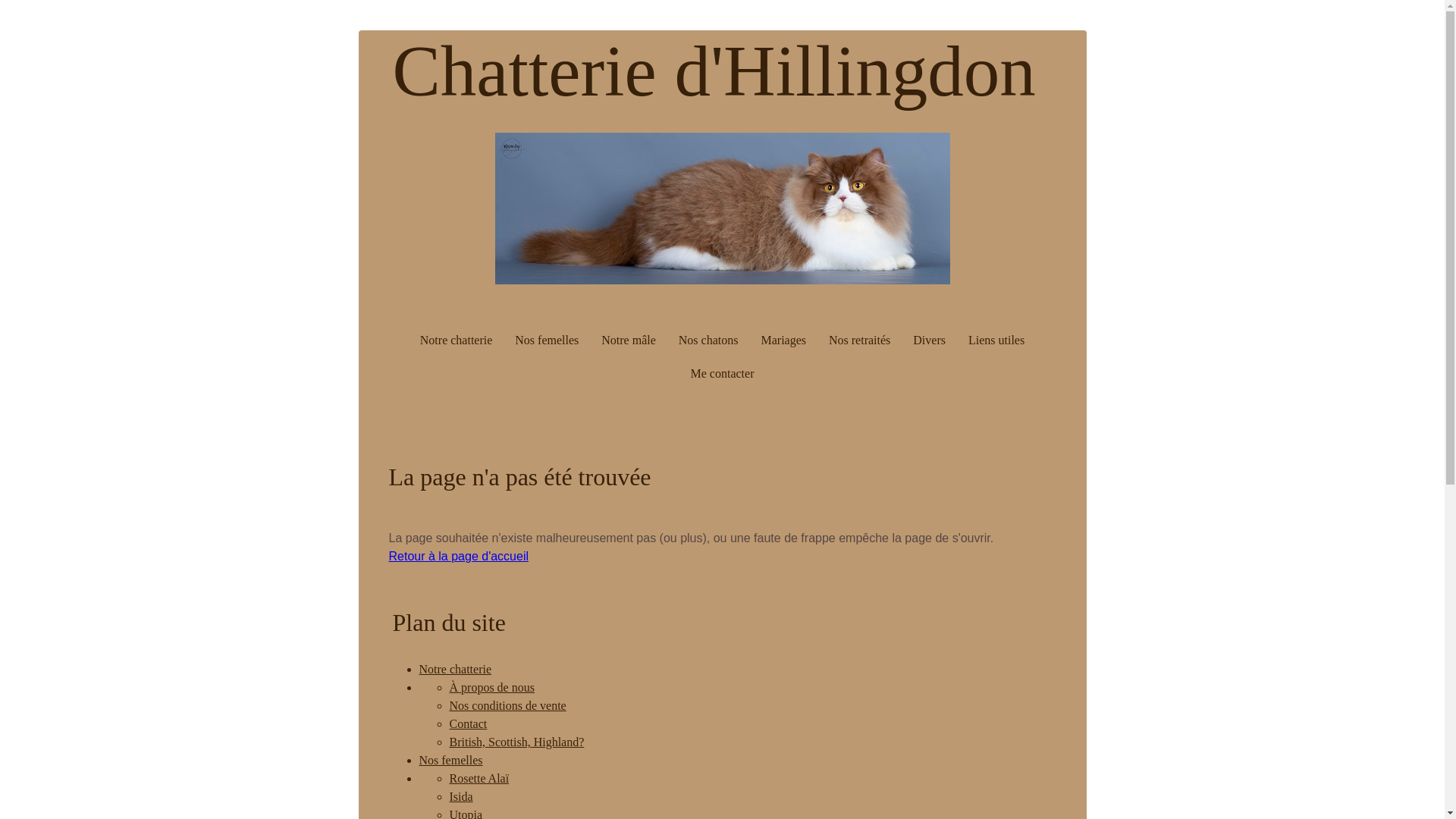 This screenshot has height=819, width=1456. What do you see at coordinates (455, 339) in the screenshot?
I see `'Notre chatterie'` at bounding box center [455, 339].